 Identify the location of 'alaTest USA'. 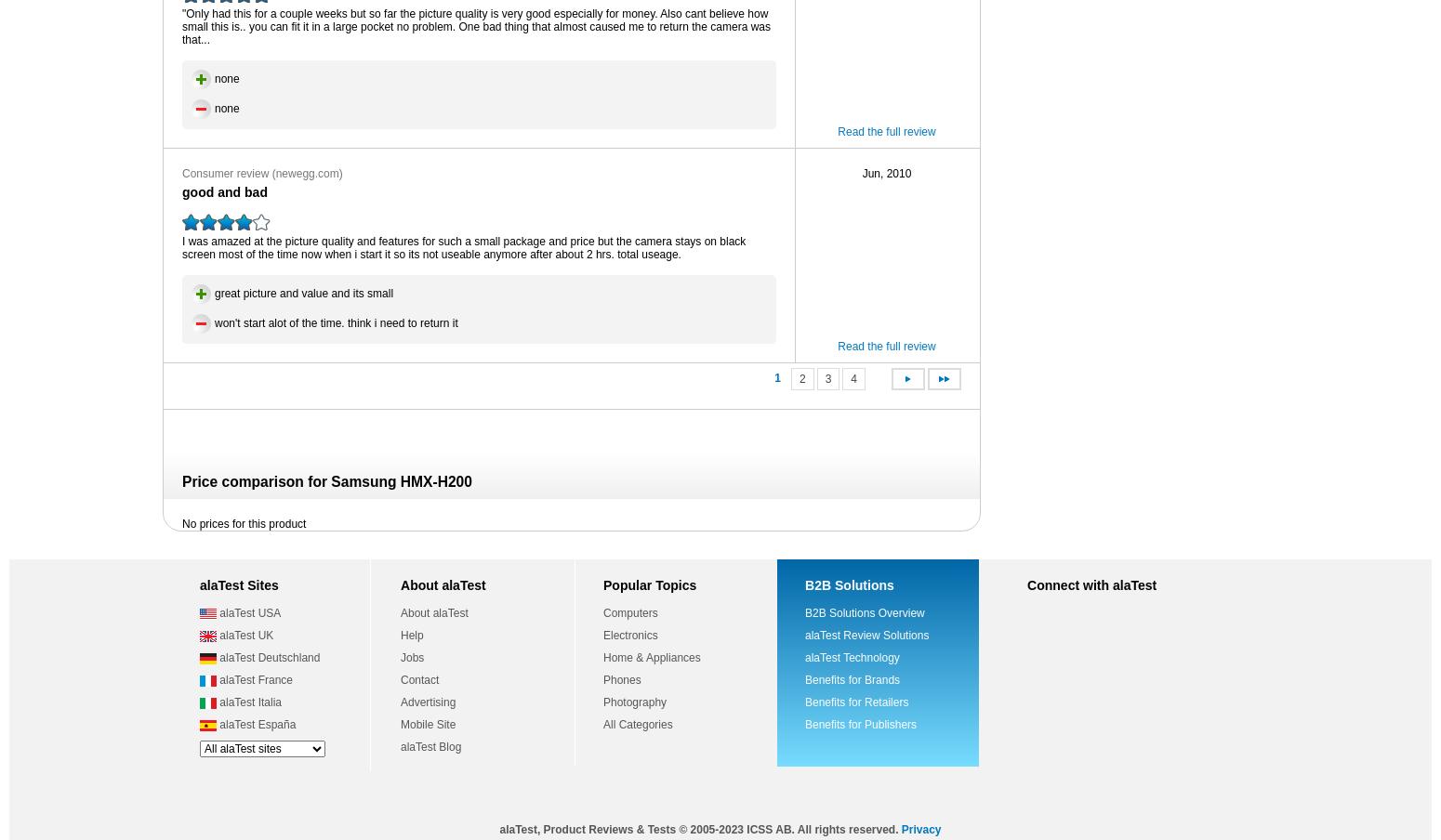
(215, 613).